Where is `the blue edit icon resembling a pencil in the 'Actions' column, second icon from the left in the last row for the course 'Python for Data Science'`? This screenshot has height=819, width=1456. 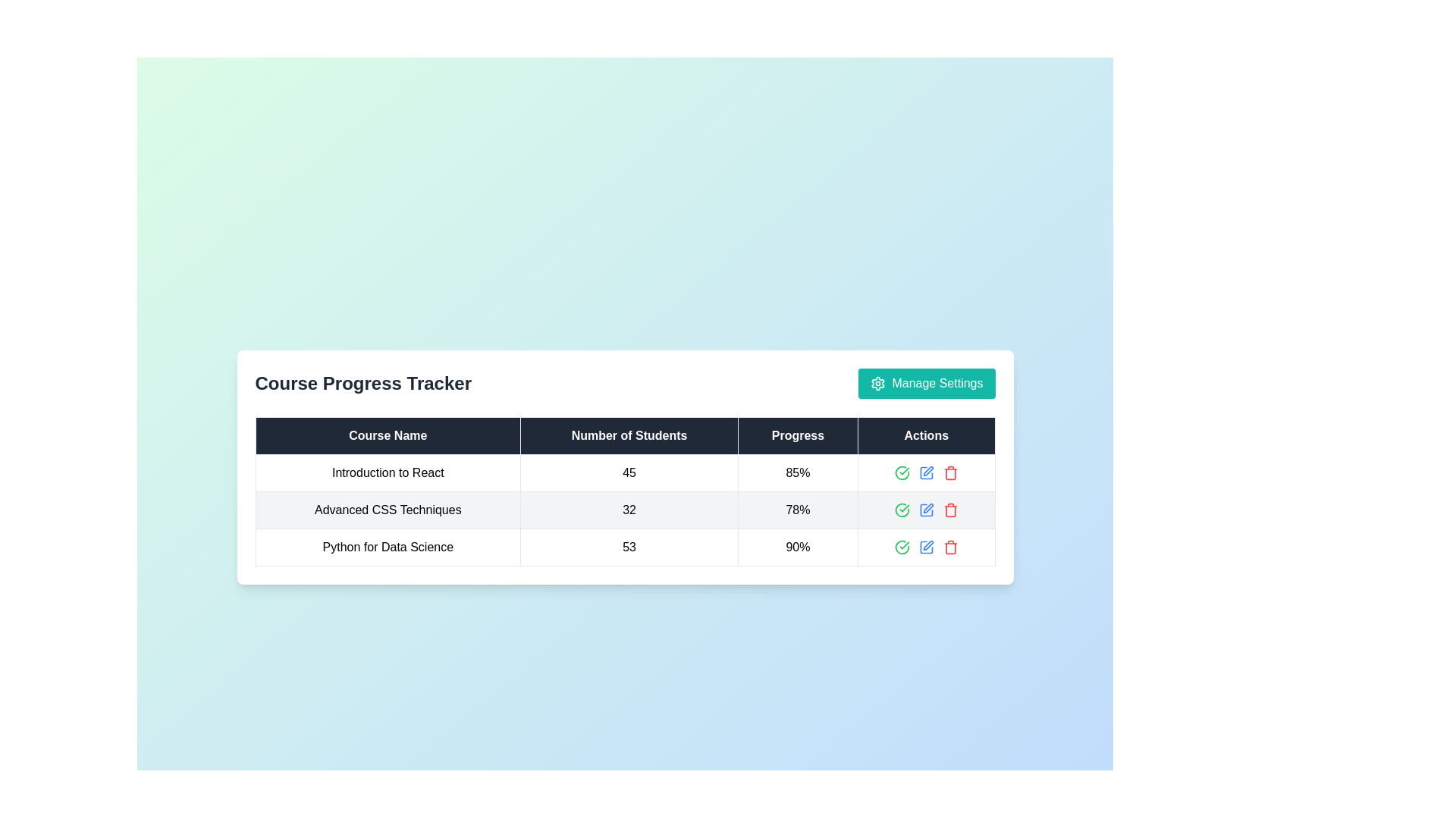 the blue edit icon resembling a pencil in the 'Actions' column, second icon from the left in the last row for the course 'Python for Data Science' is located at coordinates (925, 547).